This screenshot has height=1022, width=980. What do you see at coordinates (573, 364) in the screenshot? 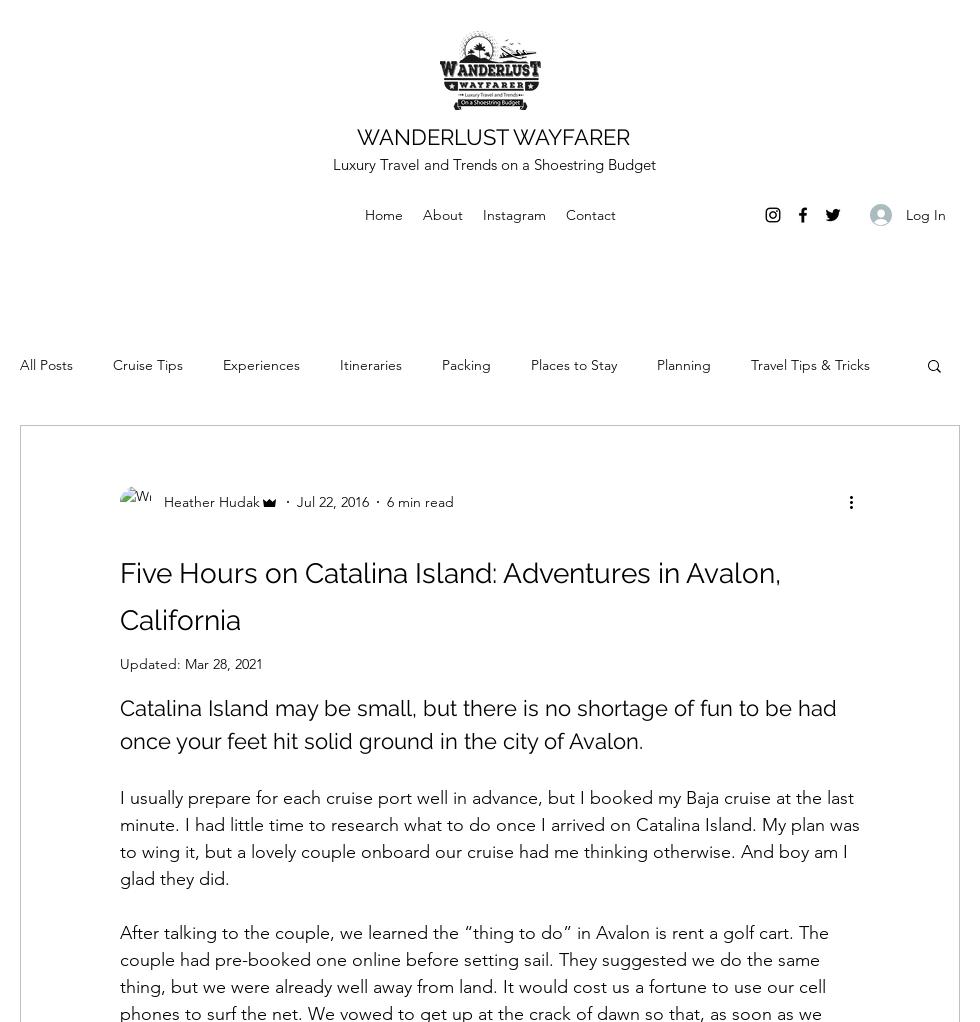
I see `'Places to Stay'` at bounding box center [573, 364].